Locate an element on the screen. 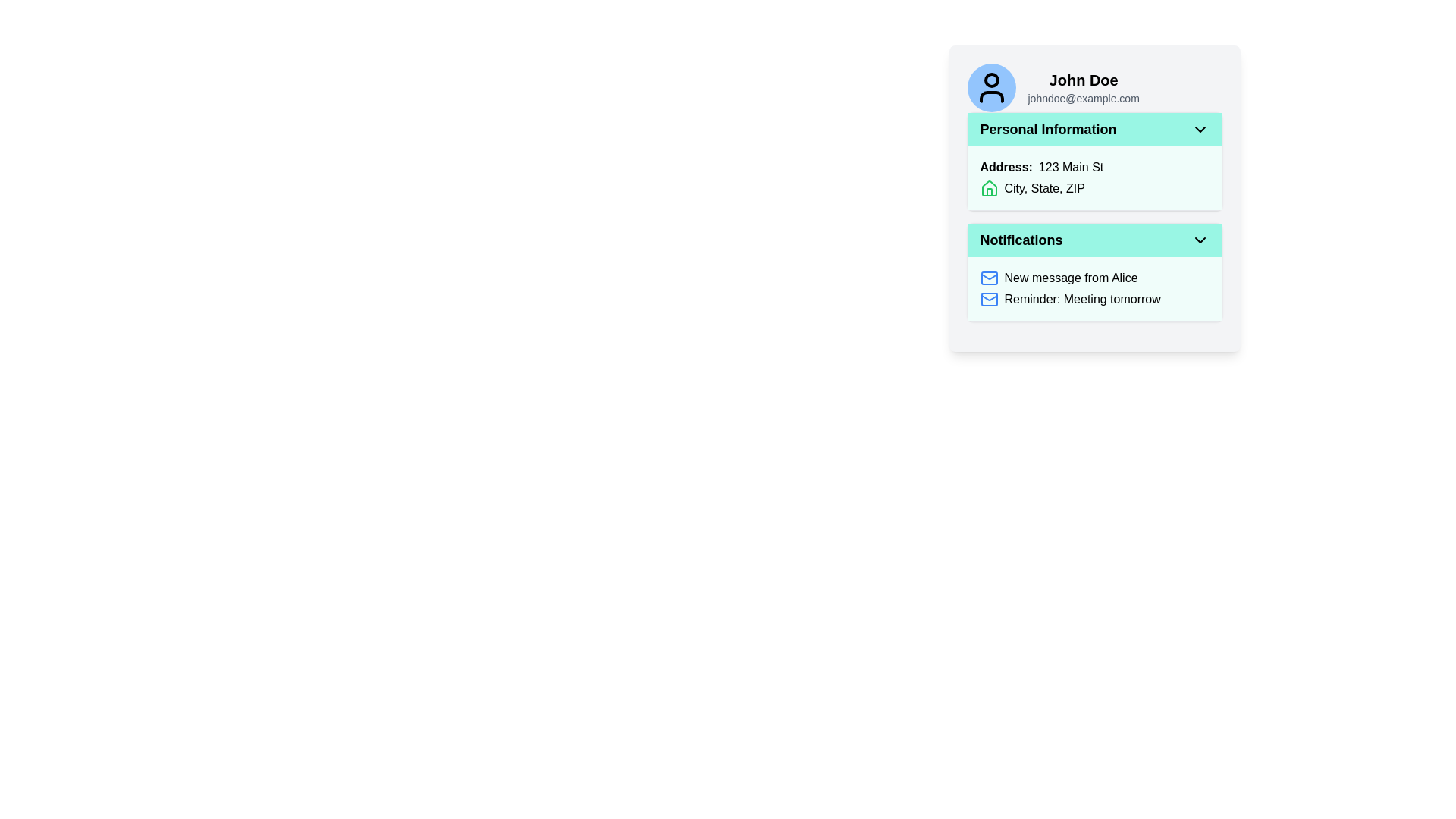 The width and height of the screenshot is (1456, 819). the new message icon located to the left of the text 'New message from Alice' within the notification card under the 'Notifications' section of the user profile panel to visualize the associated notification is located at coordinates (989, 278).